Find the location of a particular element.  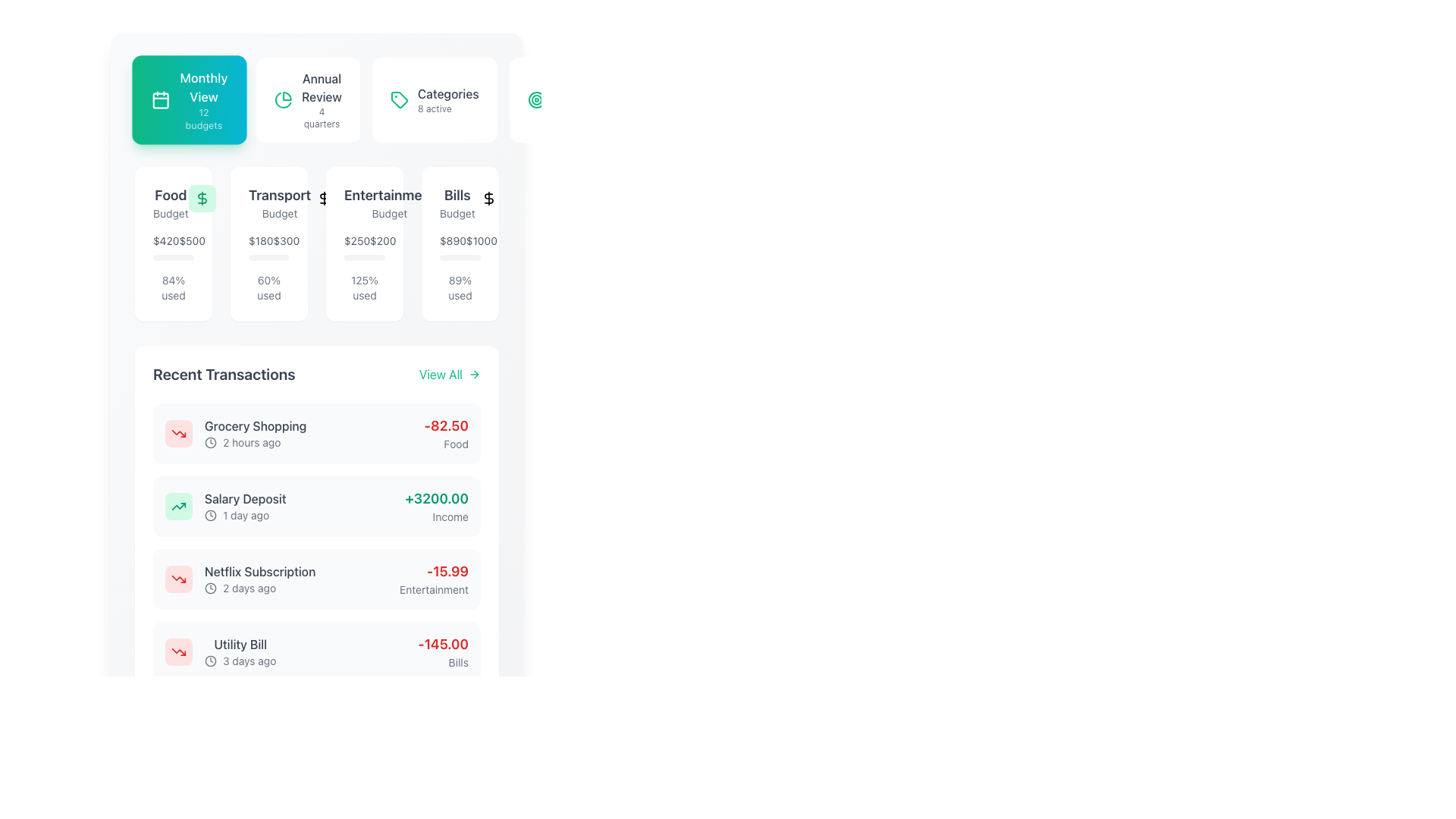

the 'View All' hyperlink, which is styled in green and located on the right side of the 'Recent Transactions' section is located at coordinates (449, 374).